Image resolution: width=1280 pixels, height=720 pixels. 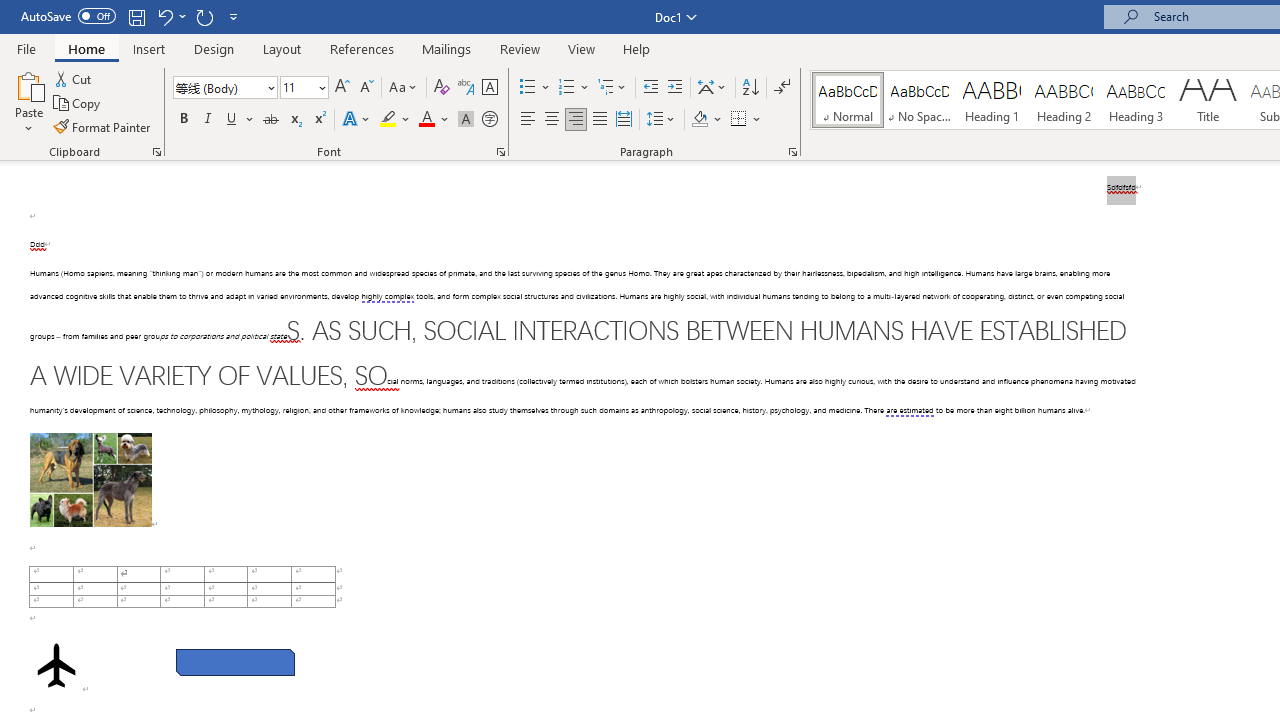 What do you see at coordinates (342, 86) in the screenshot?
I see `'Grow Font'` at bounding box center [342, 86].